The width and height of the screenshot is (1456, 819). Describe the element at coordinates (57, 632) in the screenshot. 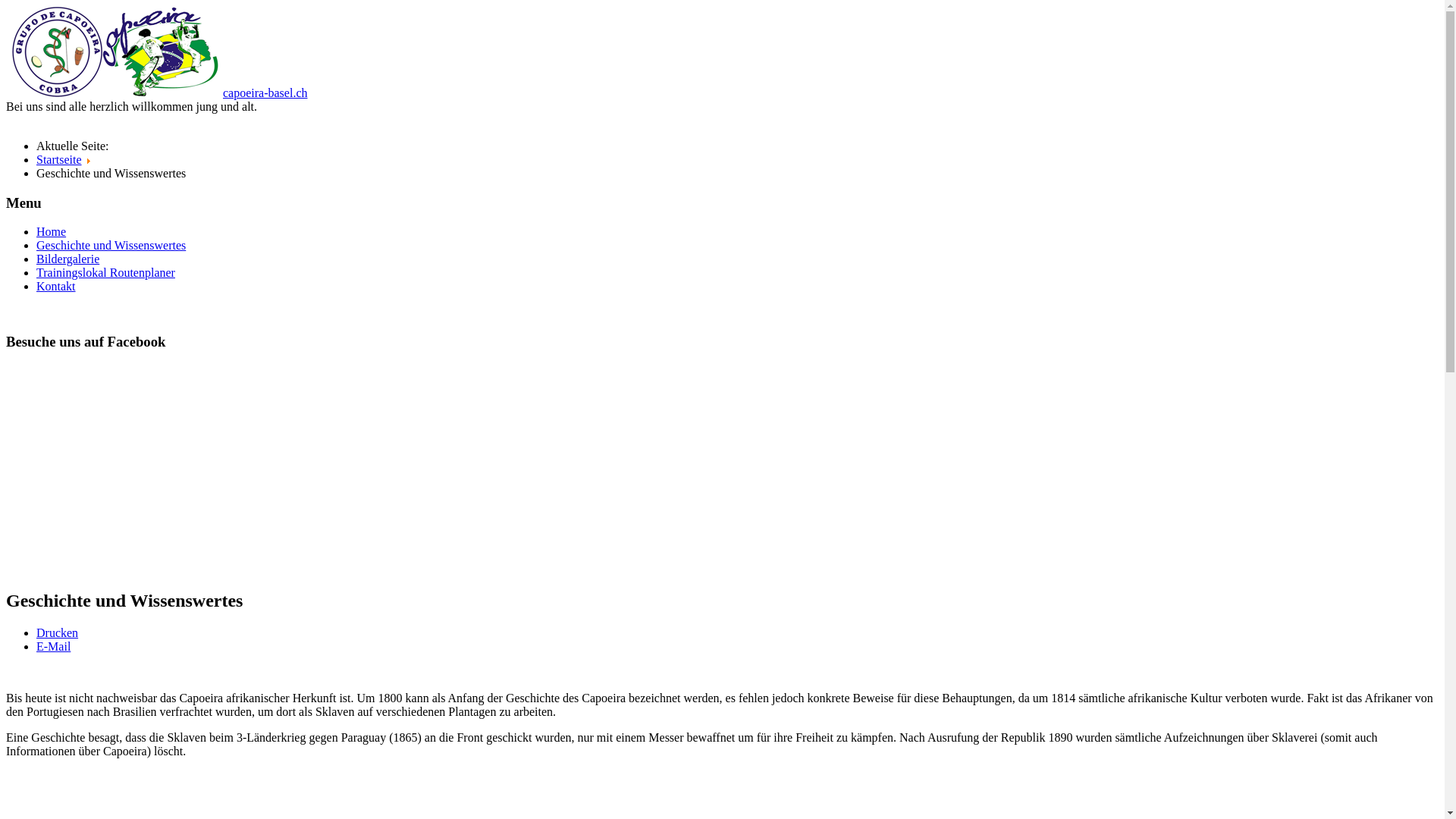

I see `'Drucken'` at that location.